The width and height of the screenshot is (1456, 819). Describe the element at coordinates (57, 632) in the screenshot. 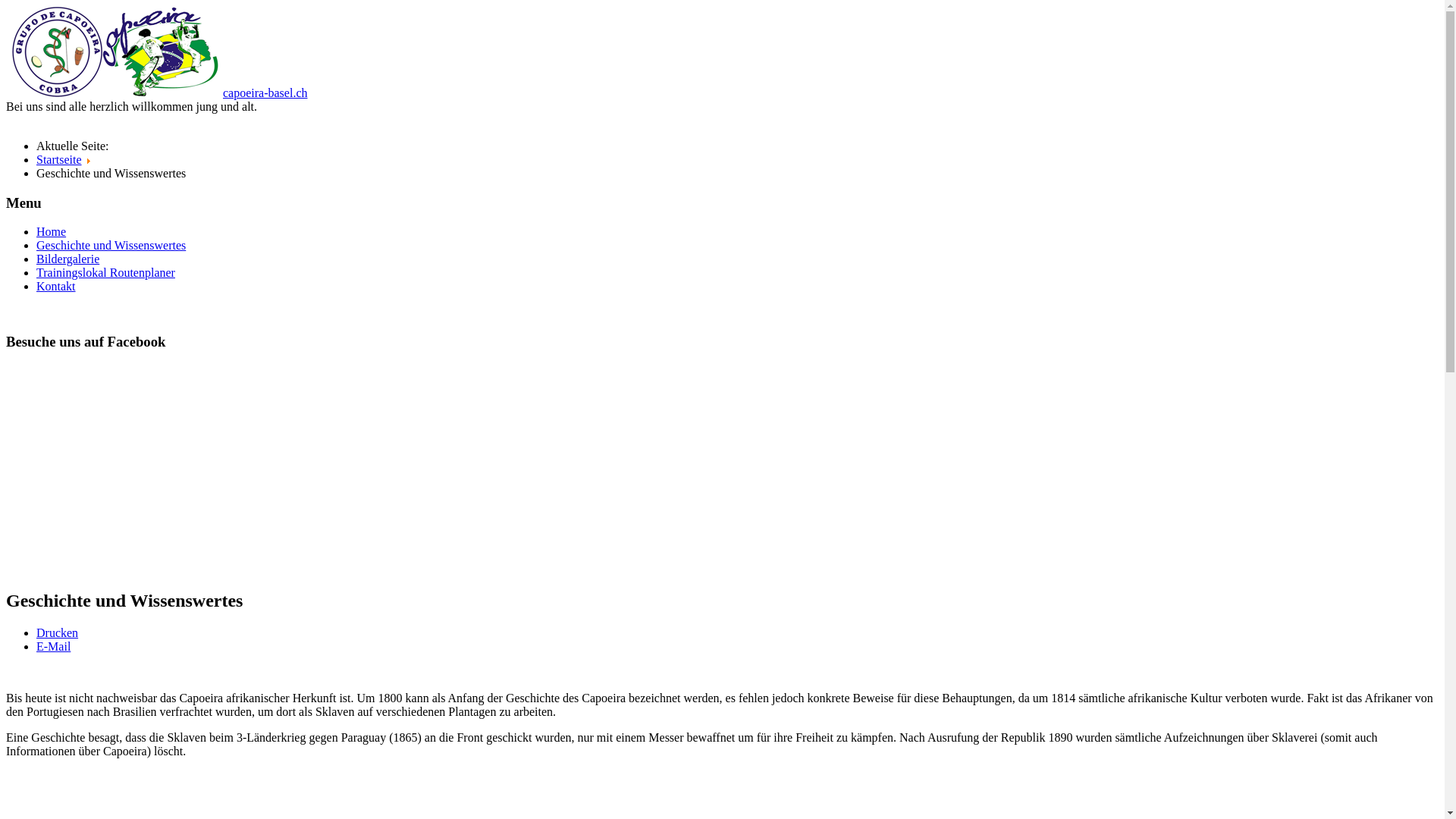

I see `'Drucken'` at that location.